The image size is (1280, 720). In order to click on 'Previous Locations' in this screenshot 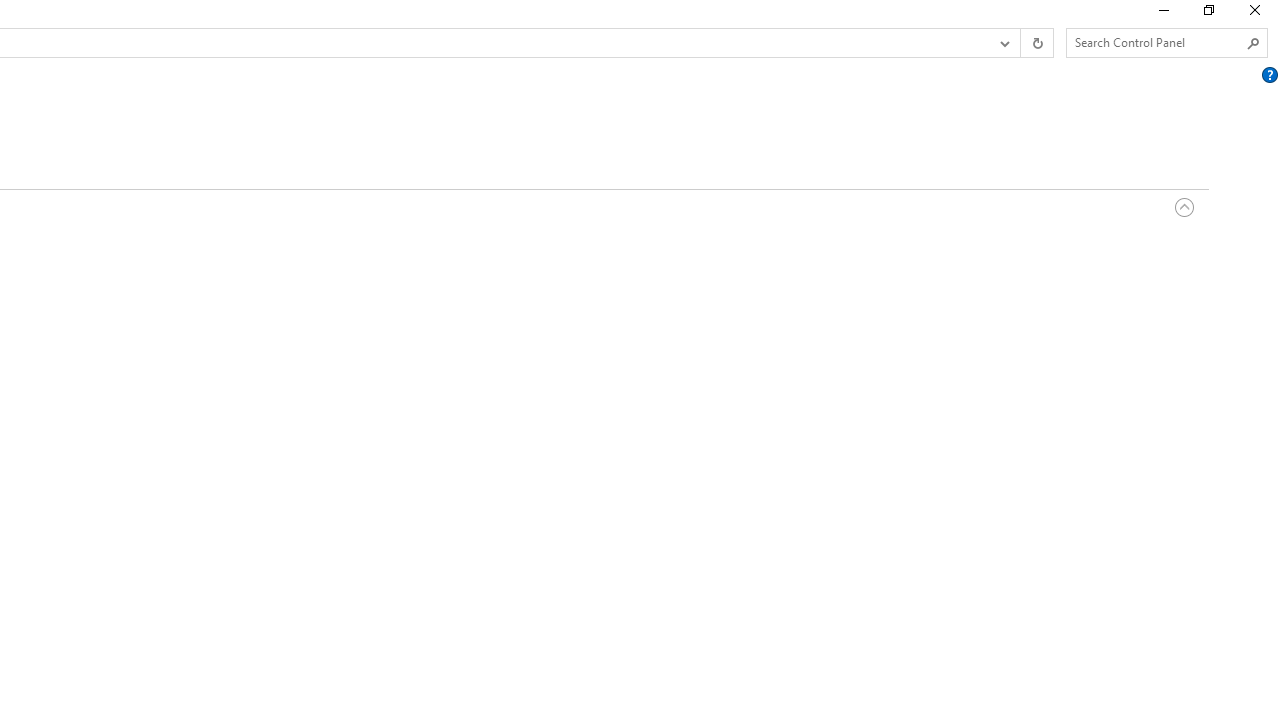, I will do `click(1003, 43)`.